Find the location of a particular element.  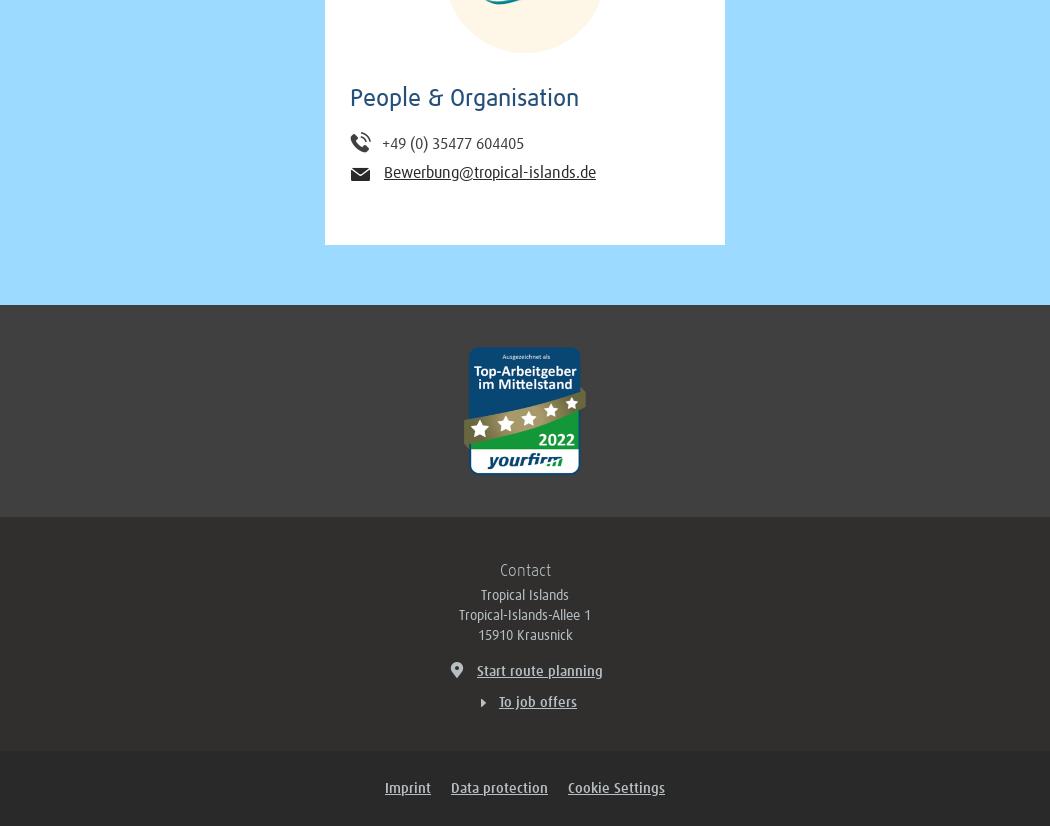

'Bewerbung@tropical-islands.de' is located at coordinates (489, 171).